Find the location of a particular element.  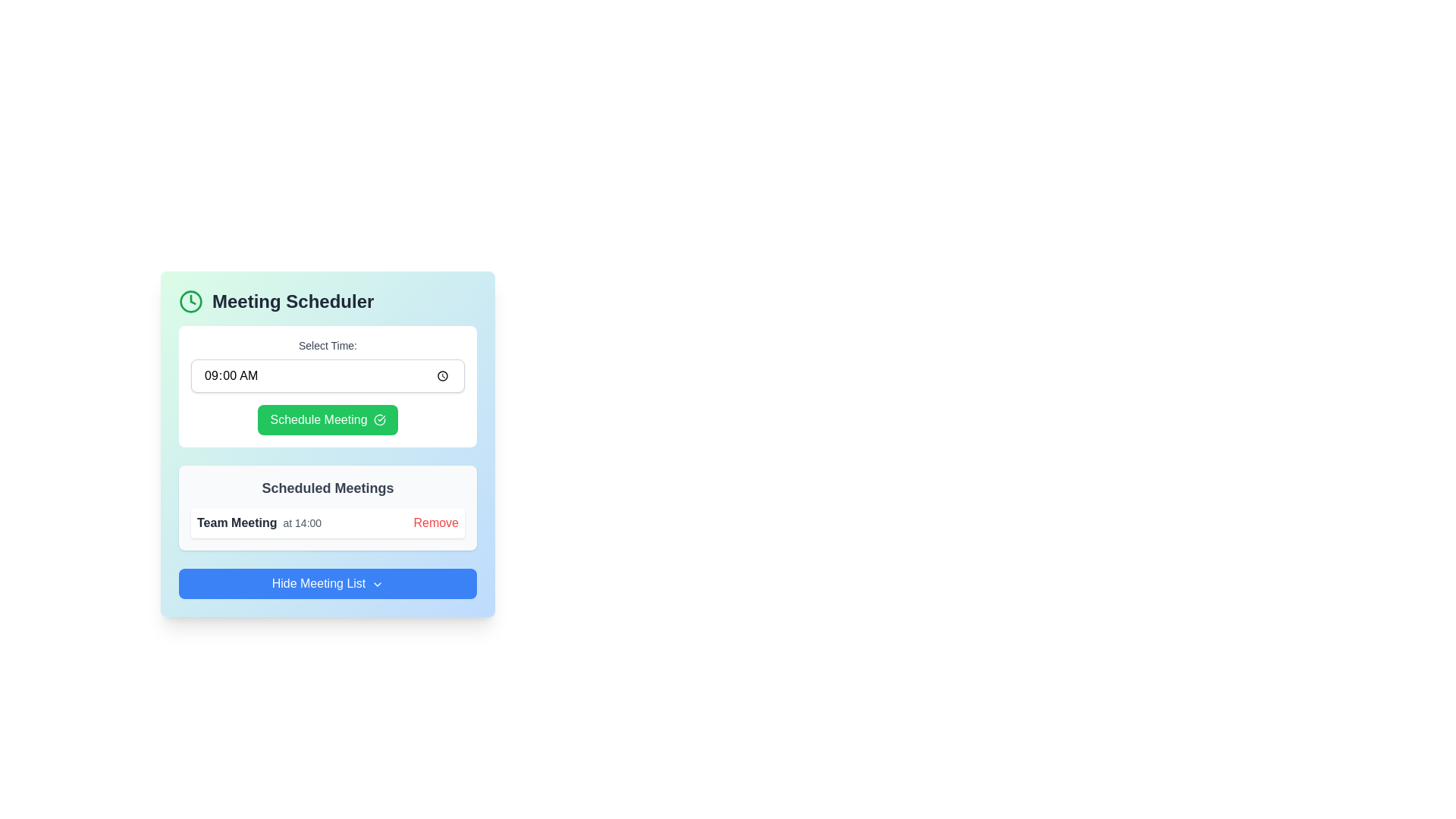

the 'Team Meeting' entry in the 'Scheduled Meetings' section is located at coordinates (327, 522).